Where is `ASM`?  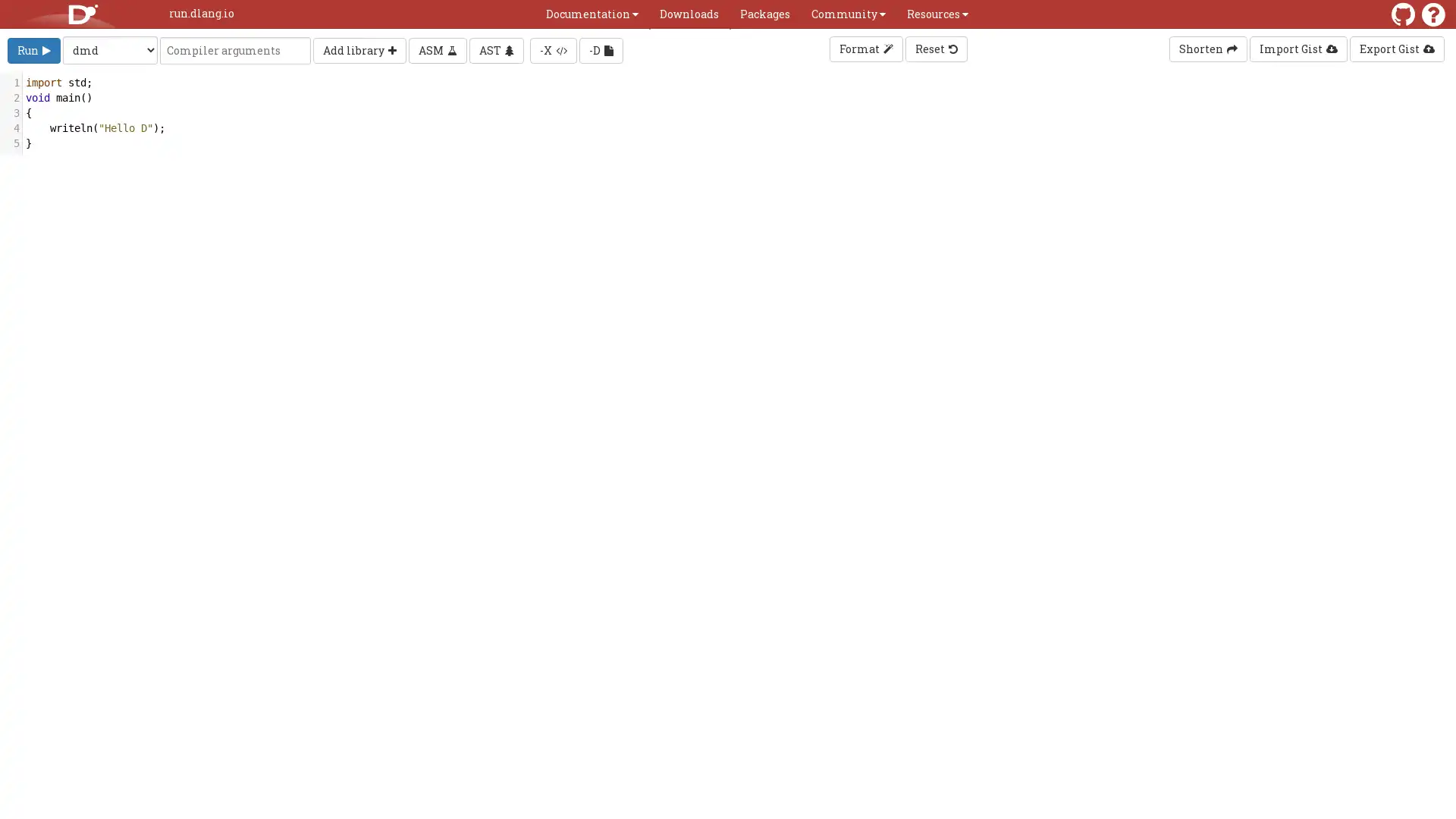 ASM is located at coordinates (437, 49).